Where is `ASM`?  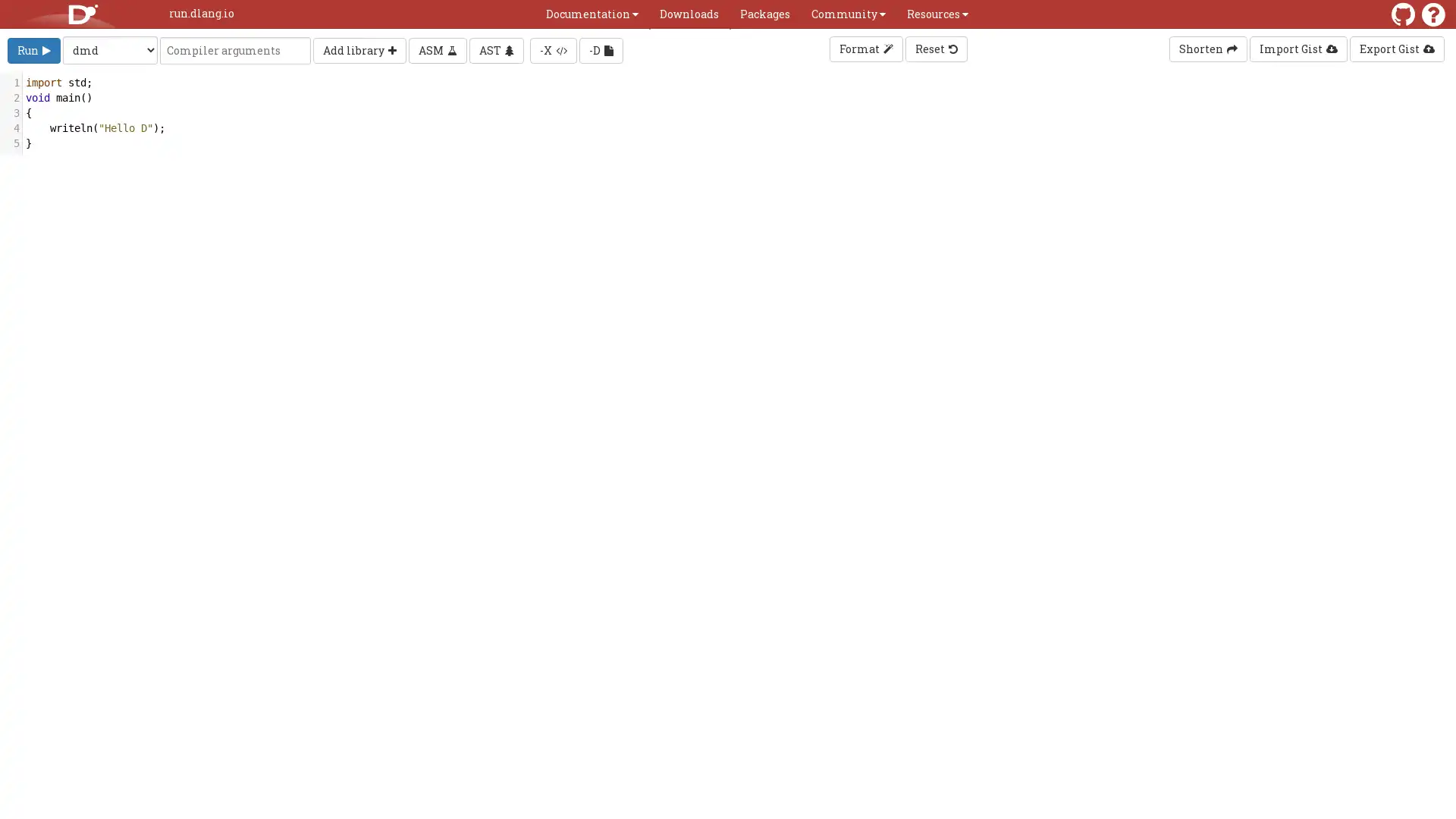 ASM is located at coordinates (437, 49).